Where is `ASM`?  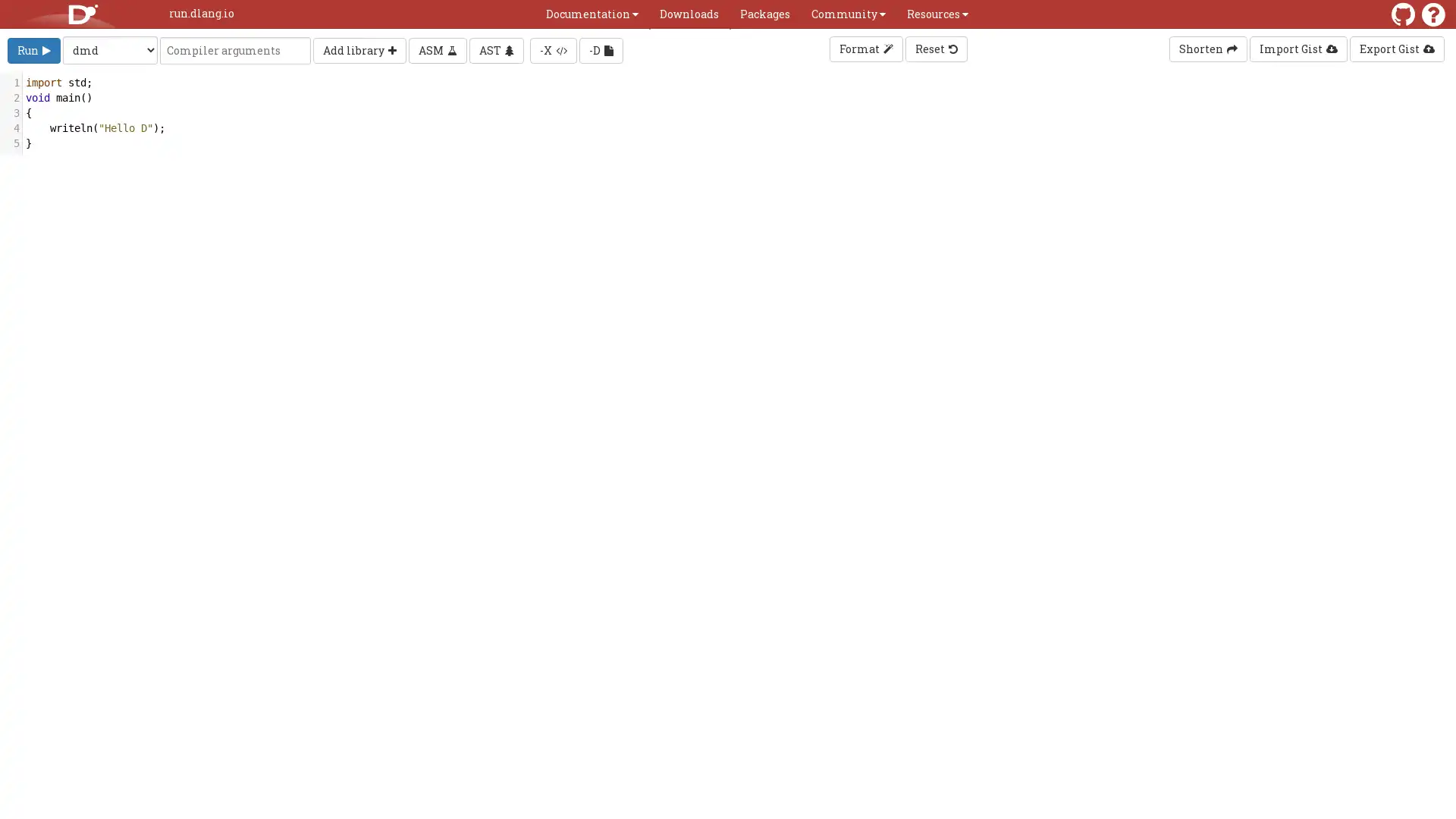 ASM is located at coordinates (437, 49).